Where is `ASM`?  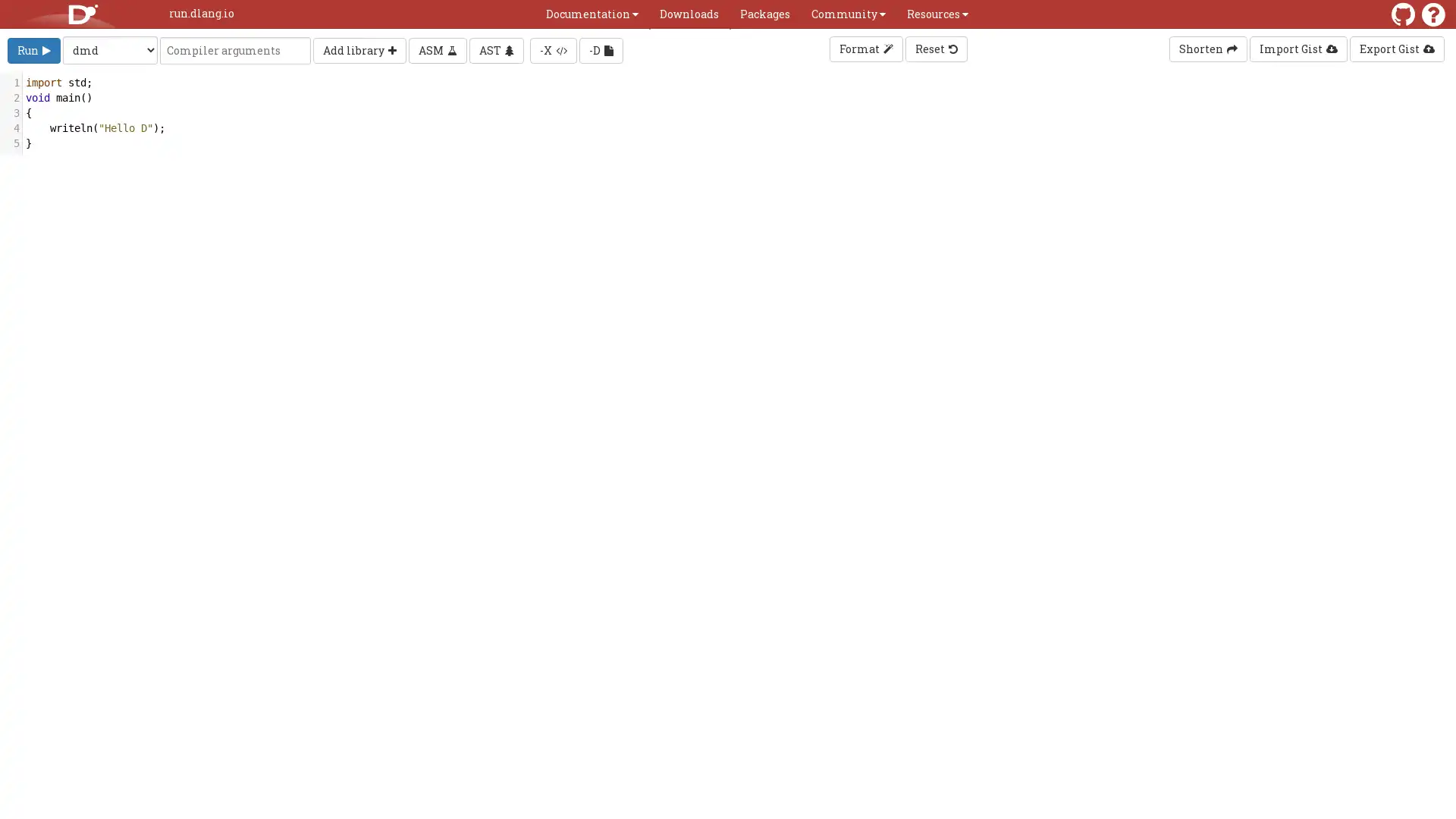 ASM is located at coordinates (437, 49).